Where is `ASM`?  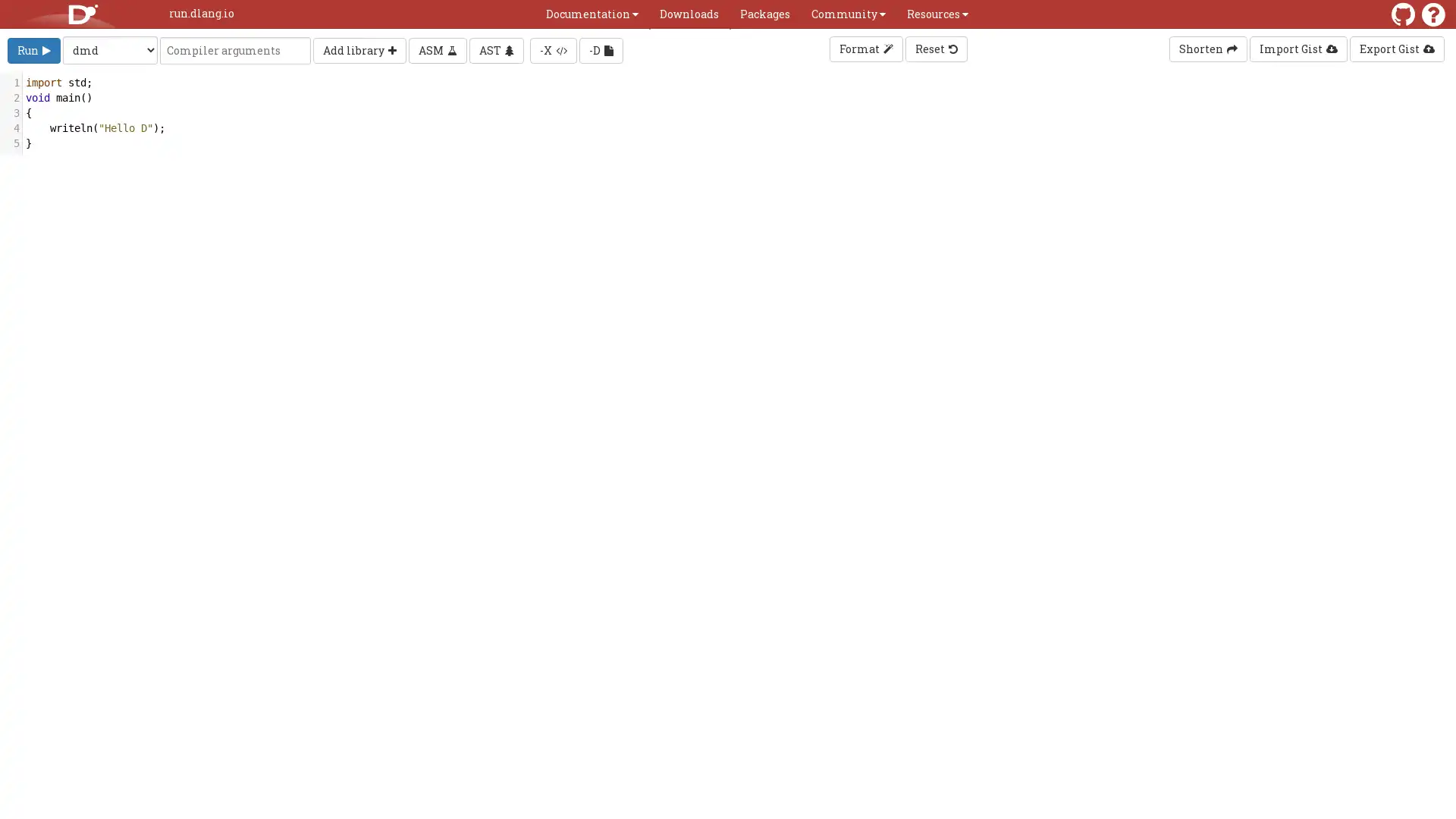 ASM is located at coordinates (437, 49).